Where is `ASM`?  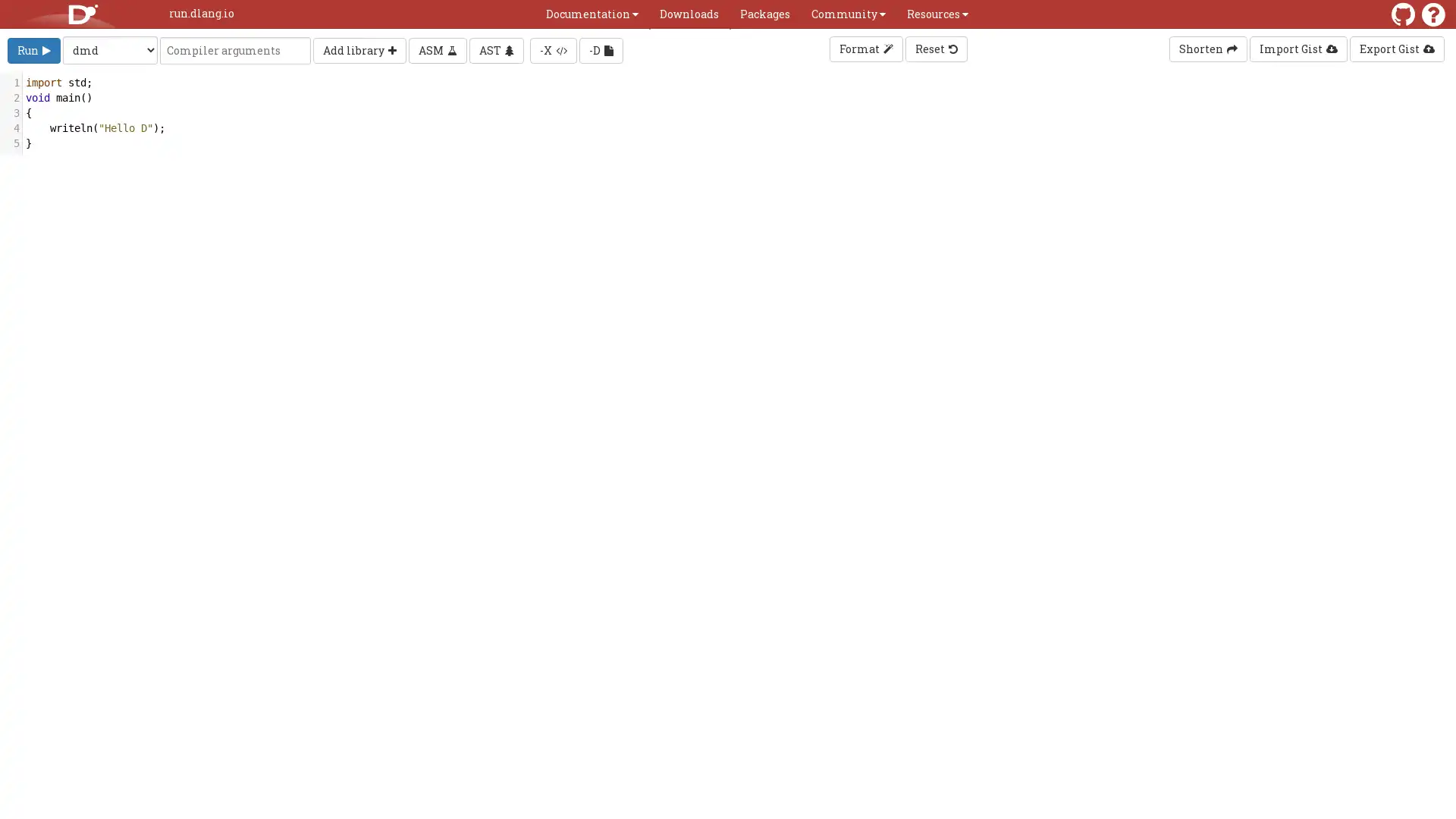 ASM is located at coordinates (437, 49).